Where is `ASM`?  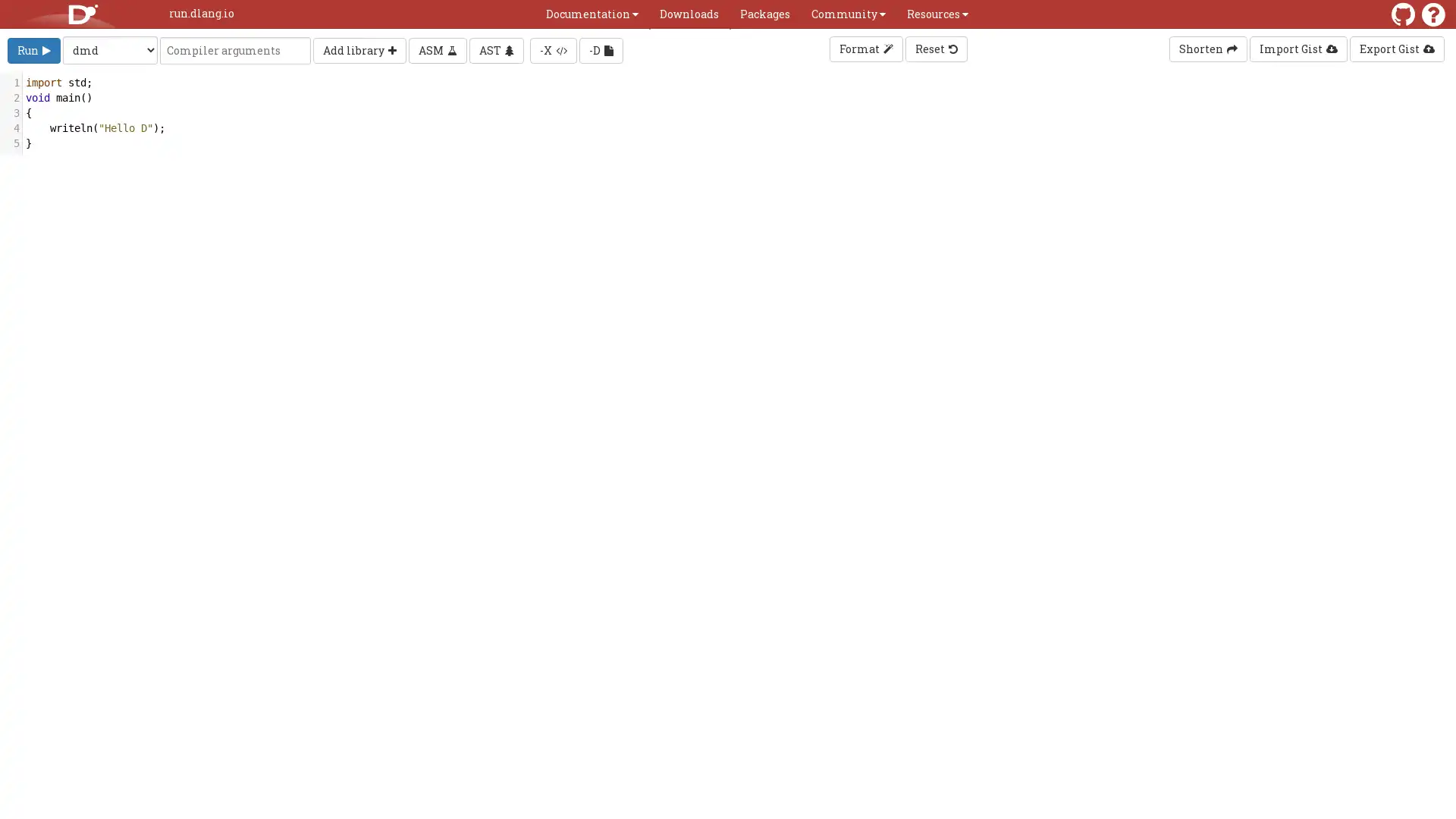 ASM is located at coordinates (437, 49).